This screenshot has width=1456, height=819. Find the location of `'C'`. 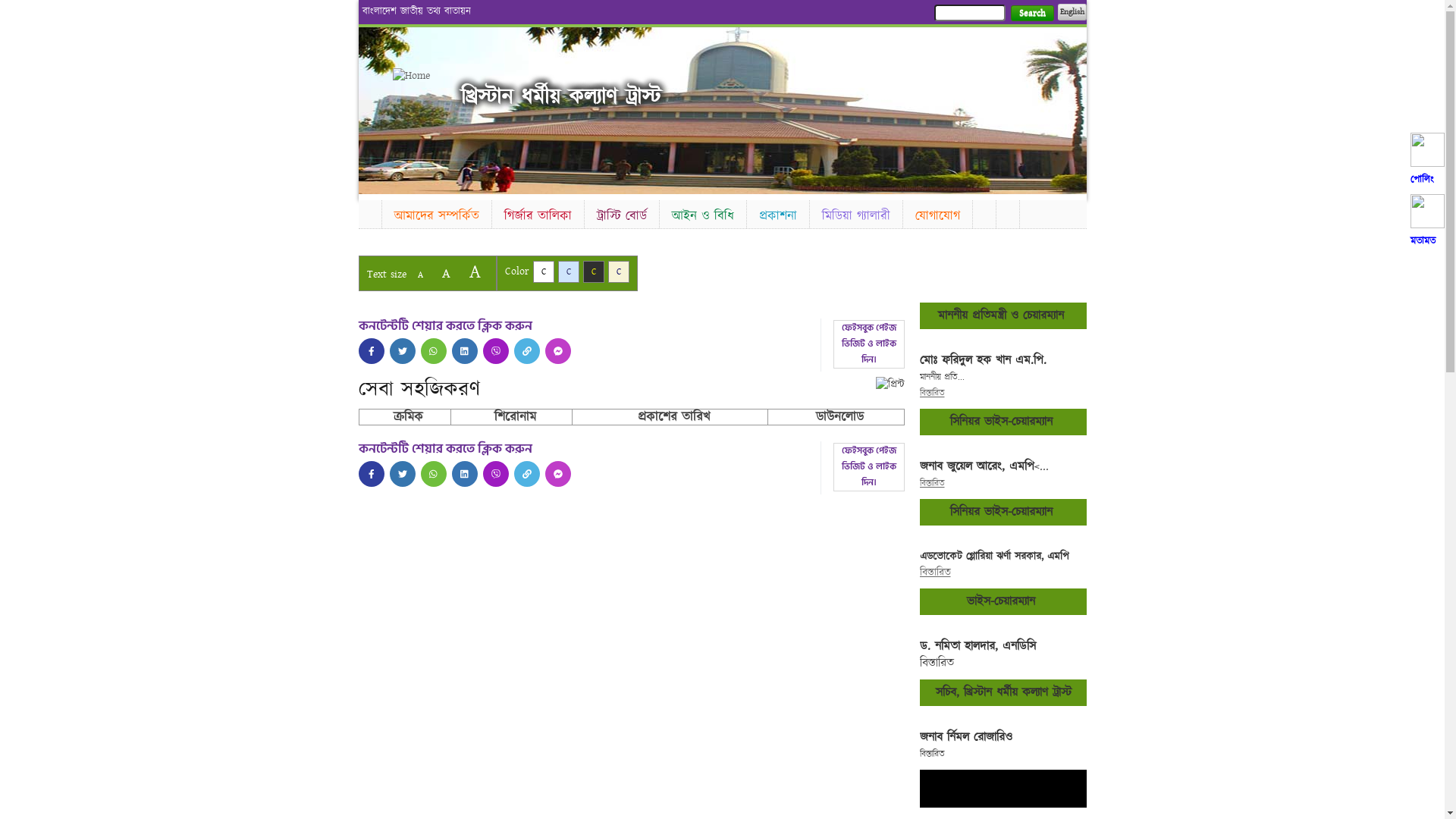

'C' is located at coordinates (619, 271).